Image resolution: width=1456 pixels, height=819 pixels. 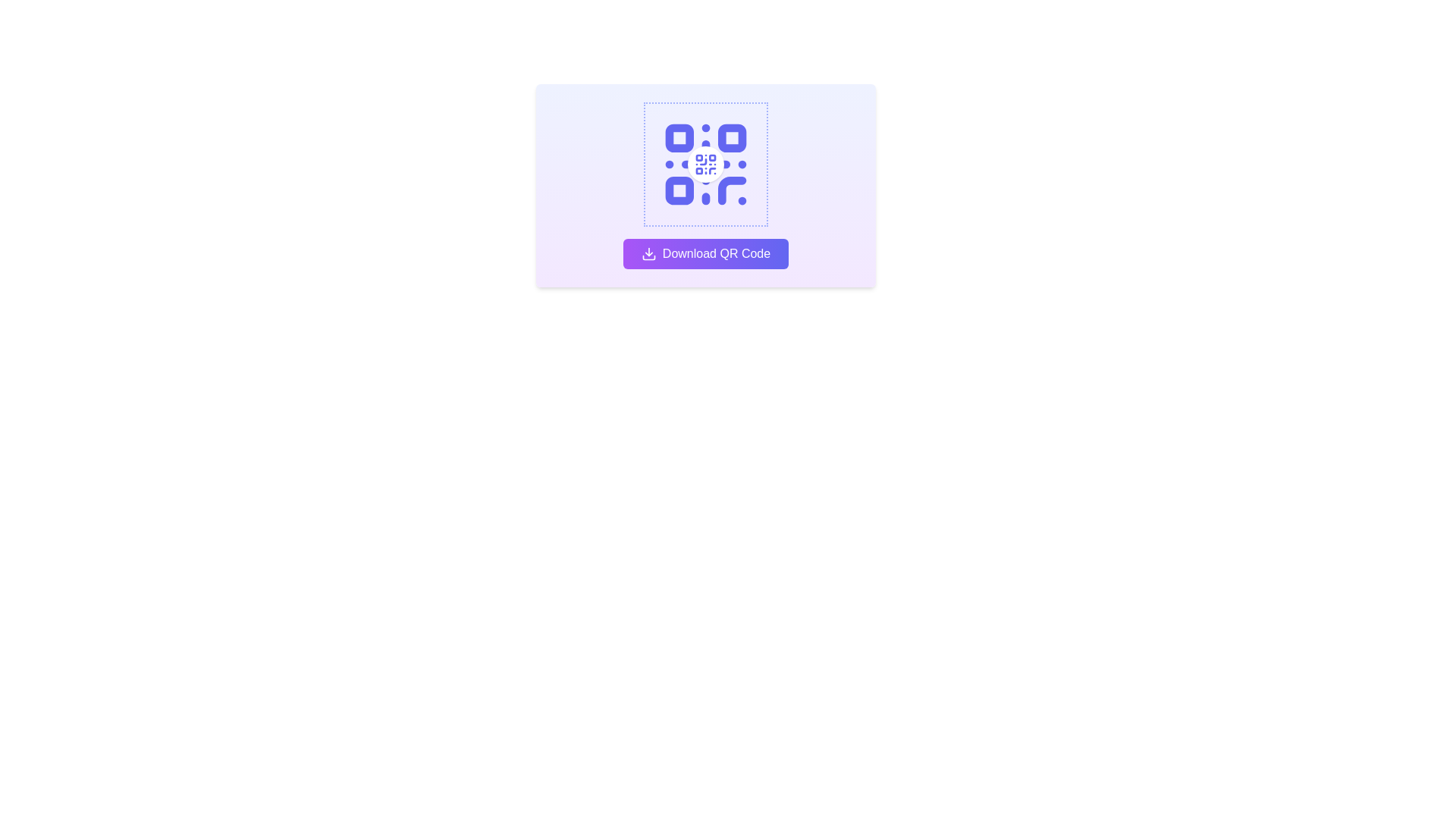 What do you see at coordinates (732, 138) in the screenshot?
I see `the graphical square component with rounded corners, located near the top-right corner of the QR code icon` at bounding box center [732, 138].